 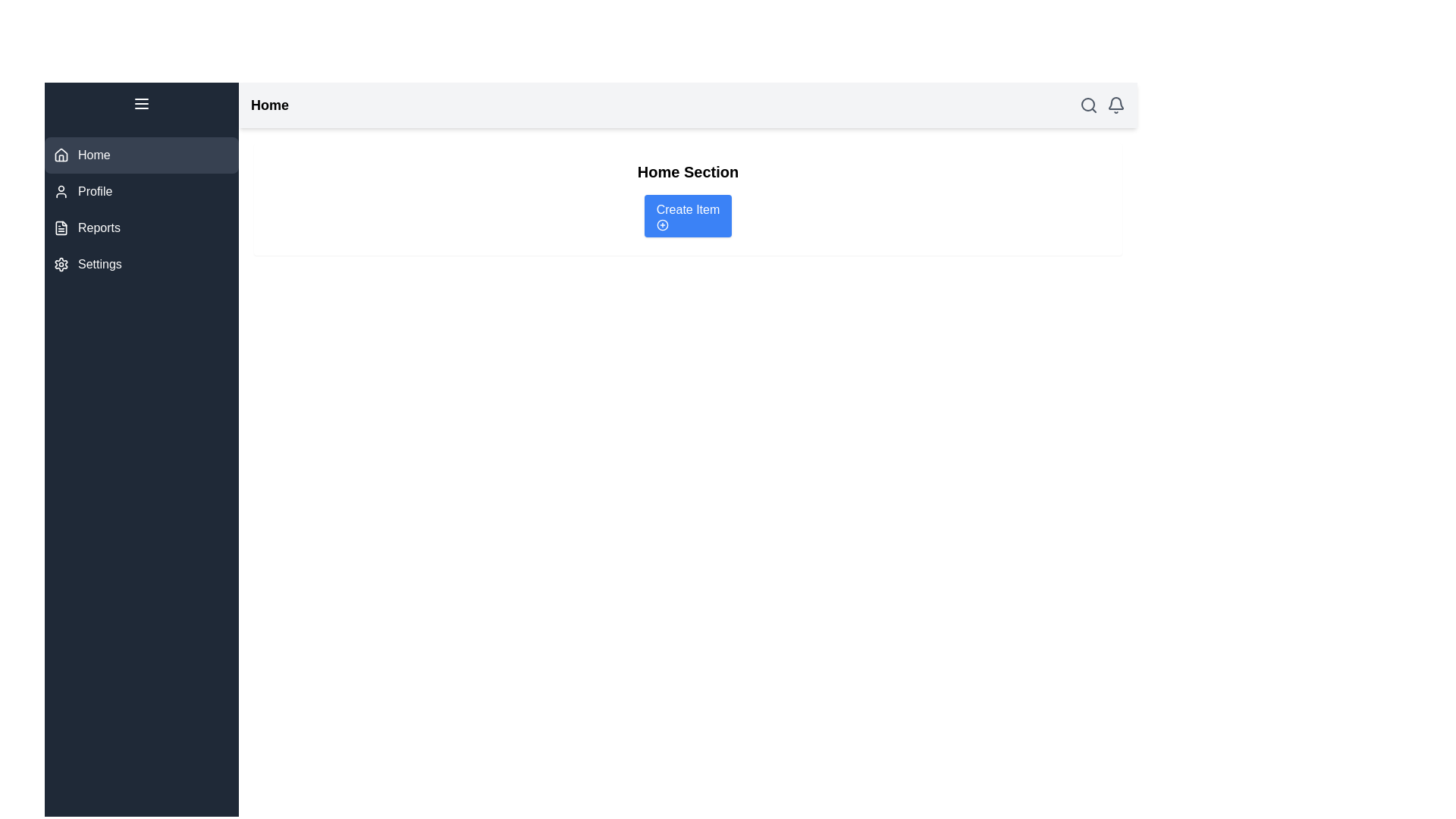 What do you see at coordinates (61, 227) in the screenshot?
I see `the graphical icon resembling a document located in the sidebar menu adjacent to the text 'Reports'` at bounding box center [61, 227].